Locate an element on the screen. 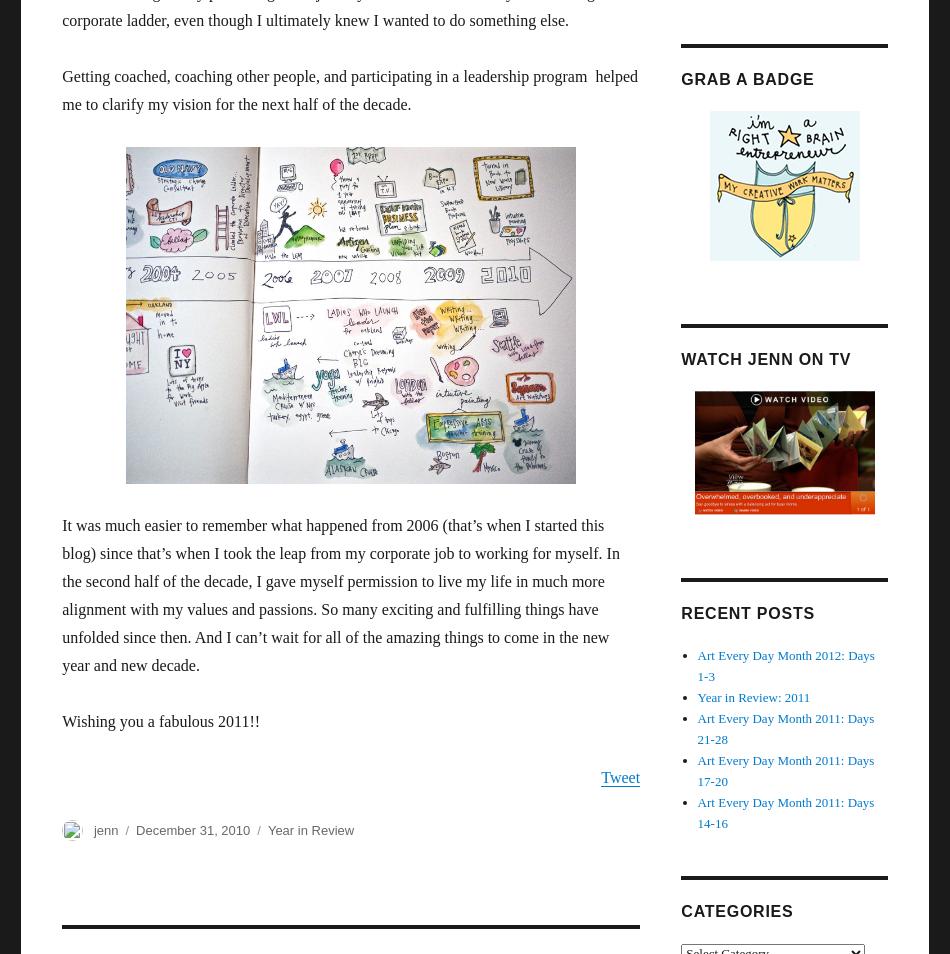 Image resolution: width=950 pixels, height=954 pixels. 'Art Every Day Month 2011: Days 17-20' is located at coordinates (784, 769).